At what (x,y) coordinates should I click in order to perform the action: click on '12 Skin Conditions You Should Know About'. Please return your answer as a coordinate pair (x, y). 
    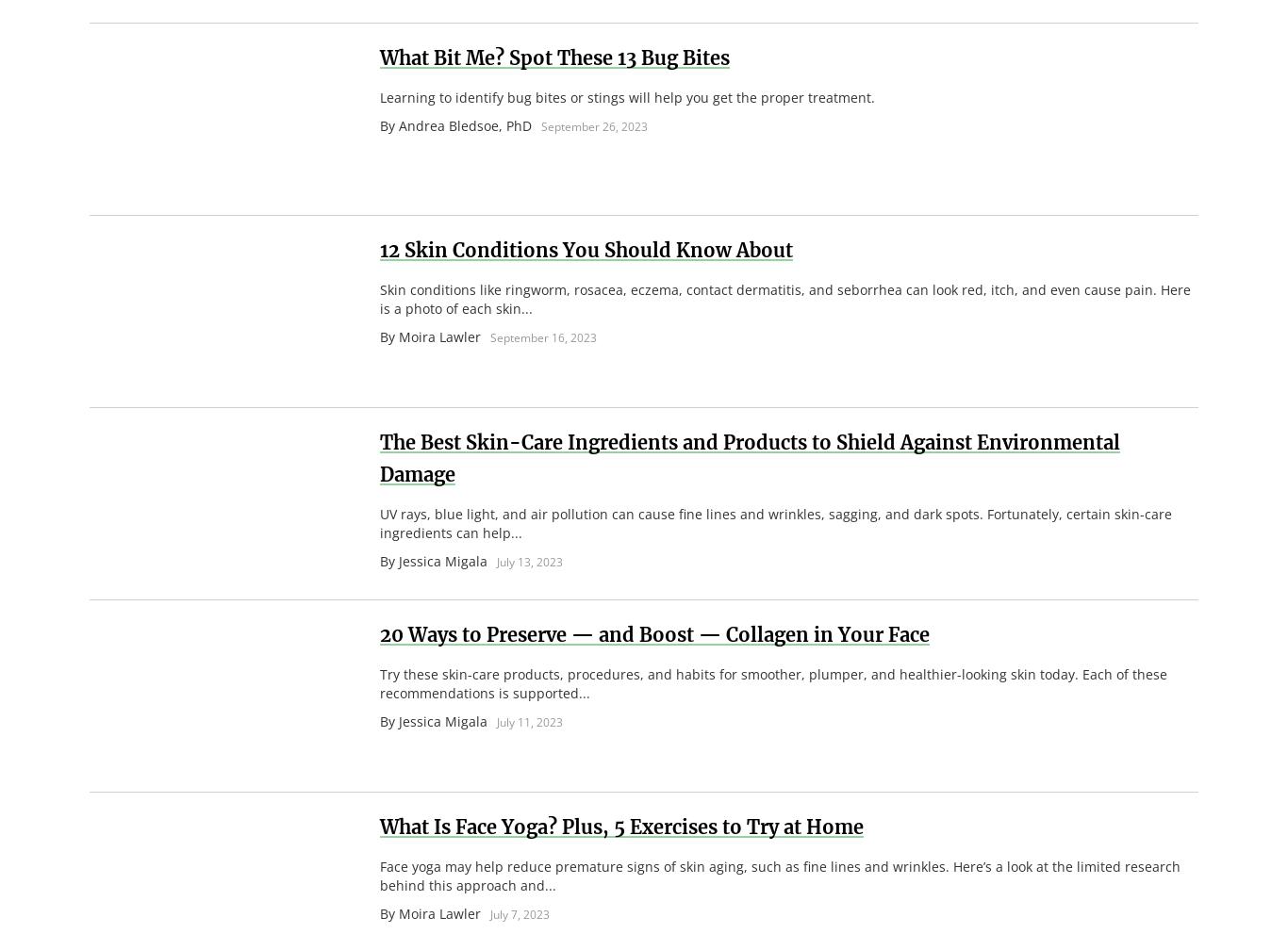
    Looking at the image, I should click on (585, 249).